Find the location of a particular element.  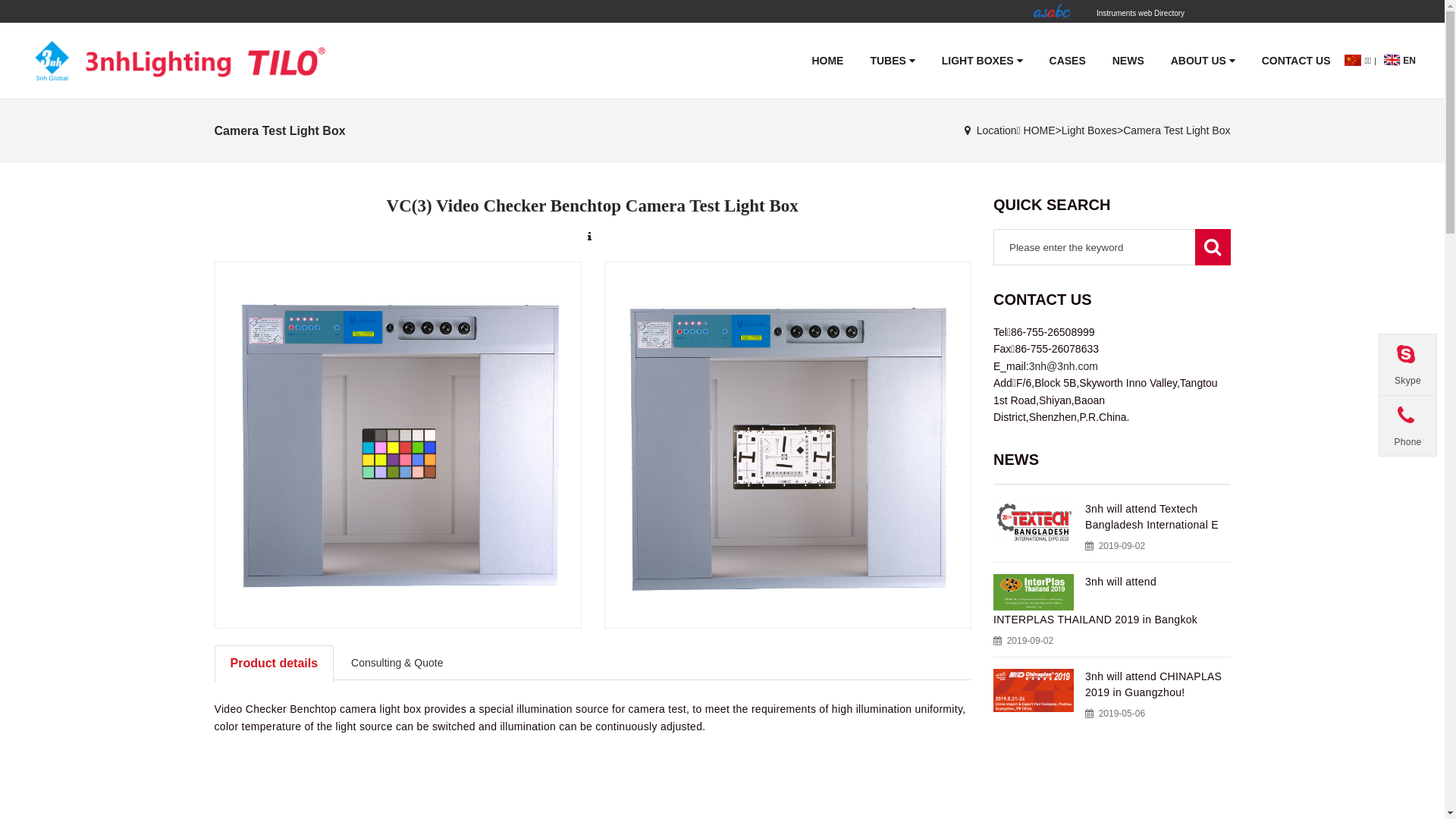

'Skype' is located at coordinates (1379, 365).